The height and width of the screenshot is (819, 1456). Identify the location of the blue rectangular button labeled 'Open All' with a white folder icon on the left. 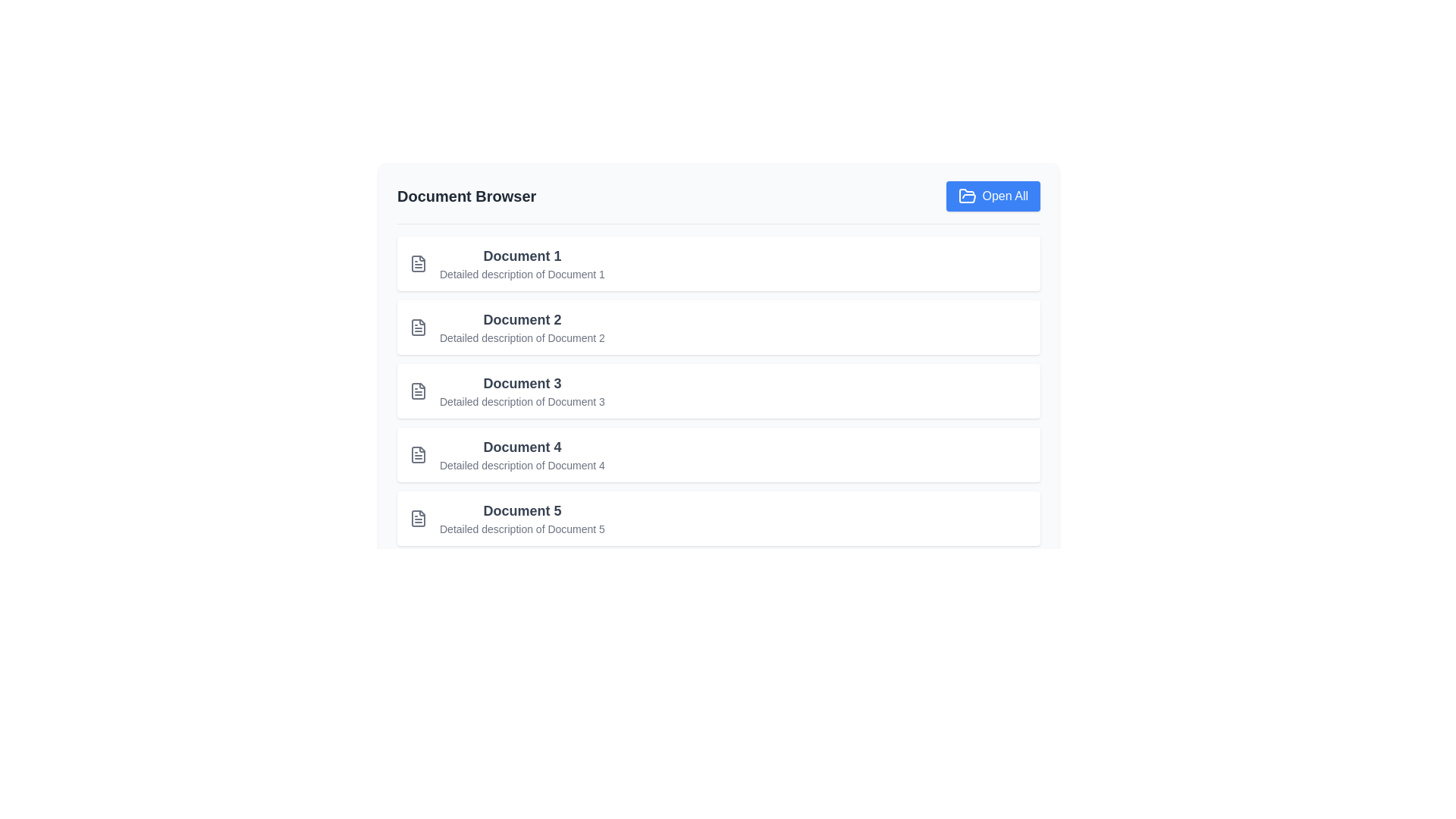
(993, 195).